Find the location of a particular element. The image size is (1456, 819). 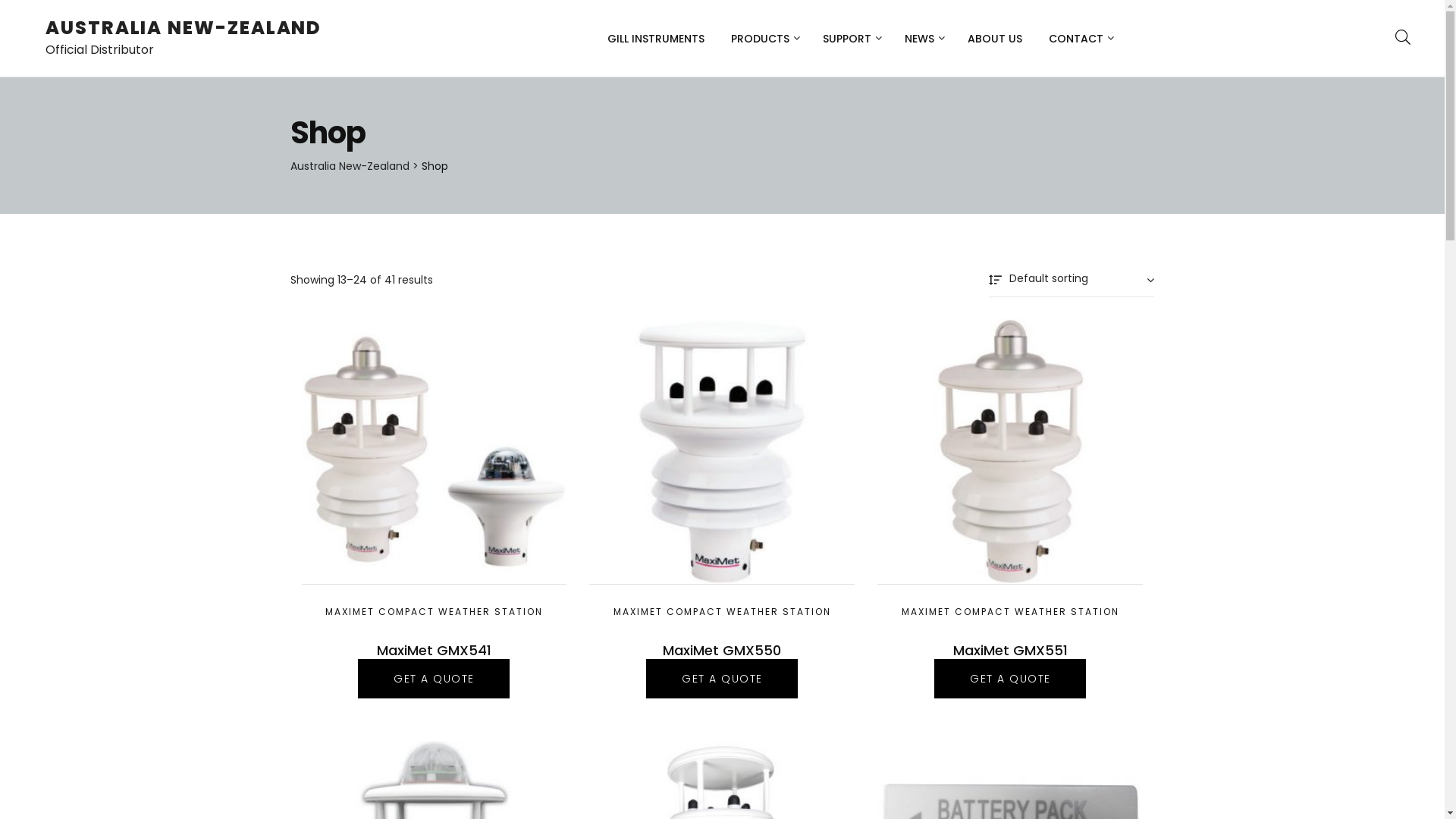

'SUPPORT' is located at coordinates (850, 37).